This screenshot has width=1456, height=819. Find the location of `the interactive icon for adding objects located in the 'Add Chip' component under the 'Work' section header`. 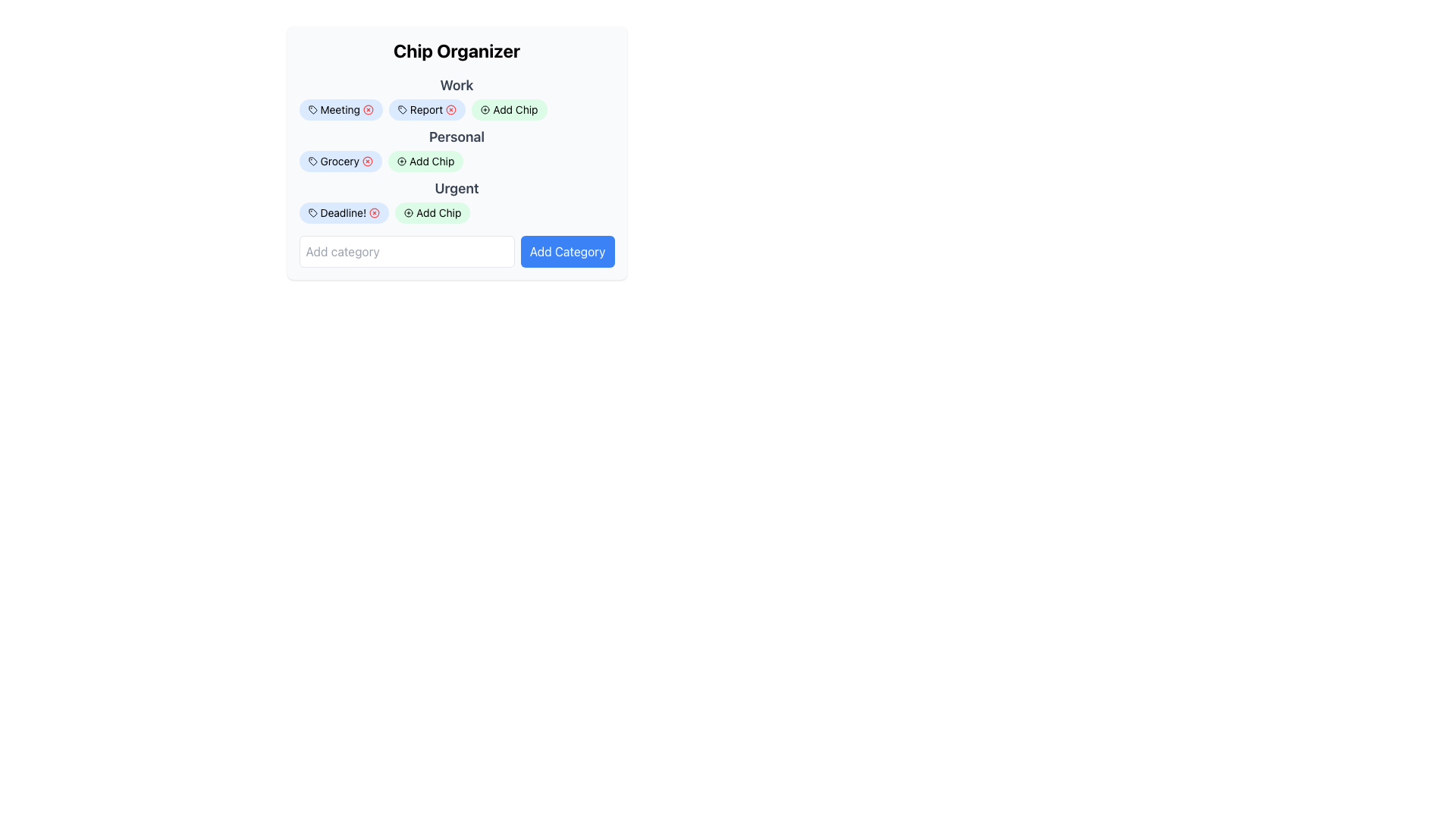

the interactive icon for adding objects located in the 'Add Chip' component under the 'Work' section header is located at coordinates (484, 109).